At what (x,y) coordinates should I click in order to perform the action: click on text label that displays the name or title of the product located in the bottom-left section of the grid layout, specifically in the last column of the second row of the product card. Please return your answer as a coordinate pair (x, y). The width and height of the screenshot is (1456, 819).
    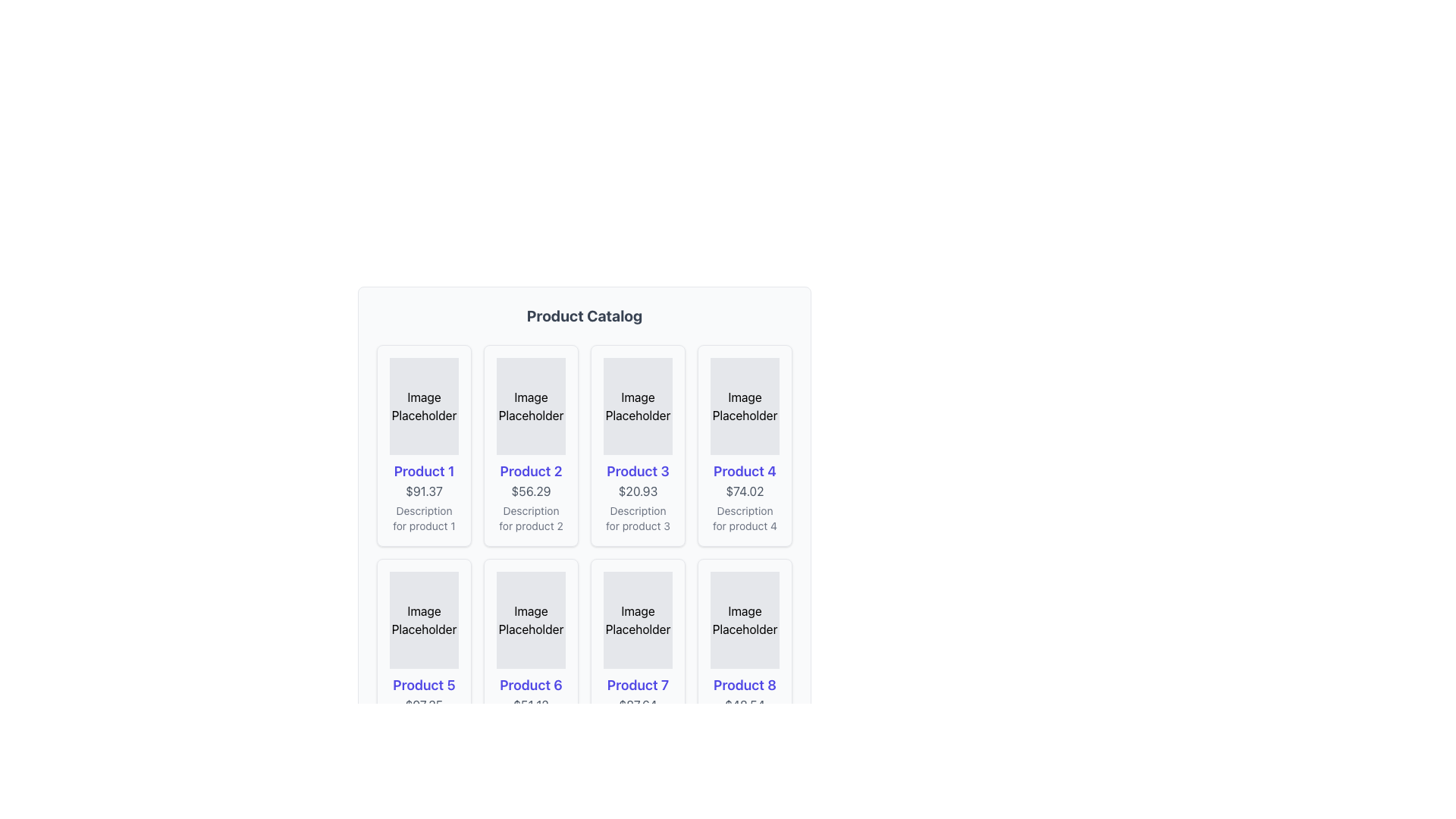
    Looking at the image, I should click on (745, 685).